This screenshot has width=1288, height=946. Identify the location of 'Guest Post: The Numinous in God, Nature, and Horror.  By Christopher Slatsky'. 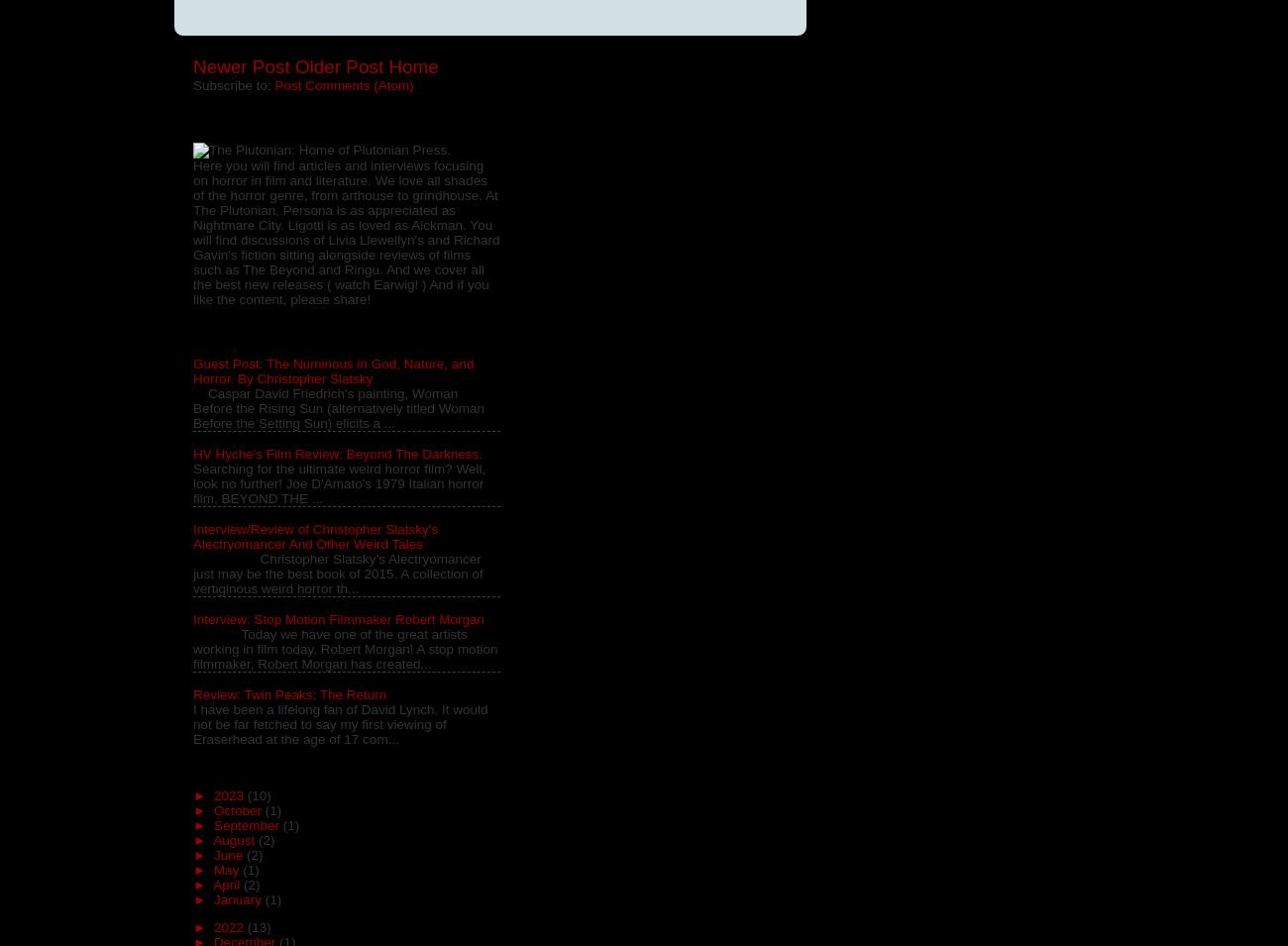
(193, 368).